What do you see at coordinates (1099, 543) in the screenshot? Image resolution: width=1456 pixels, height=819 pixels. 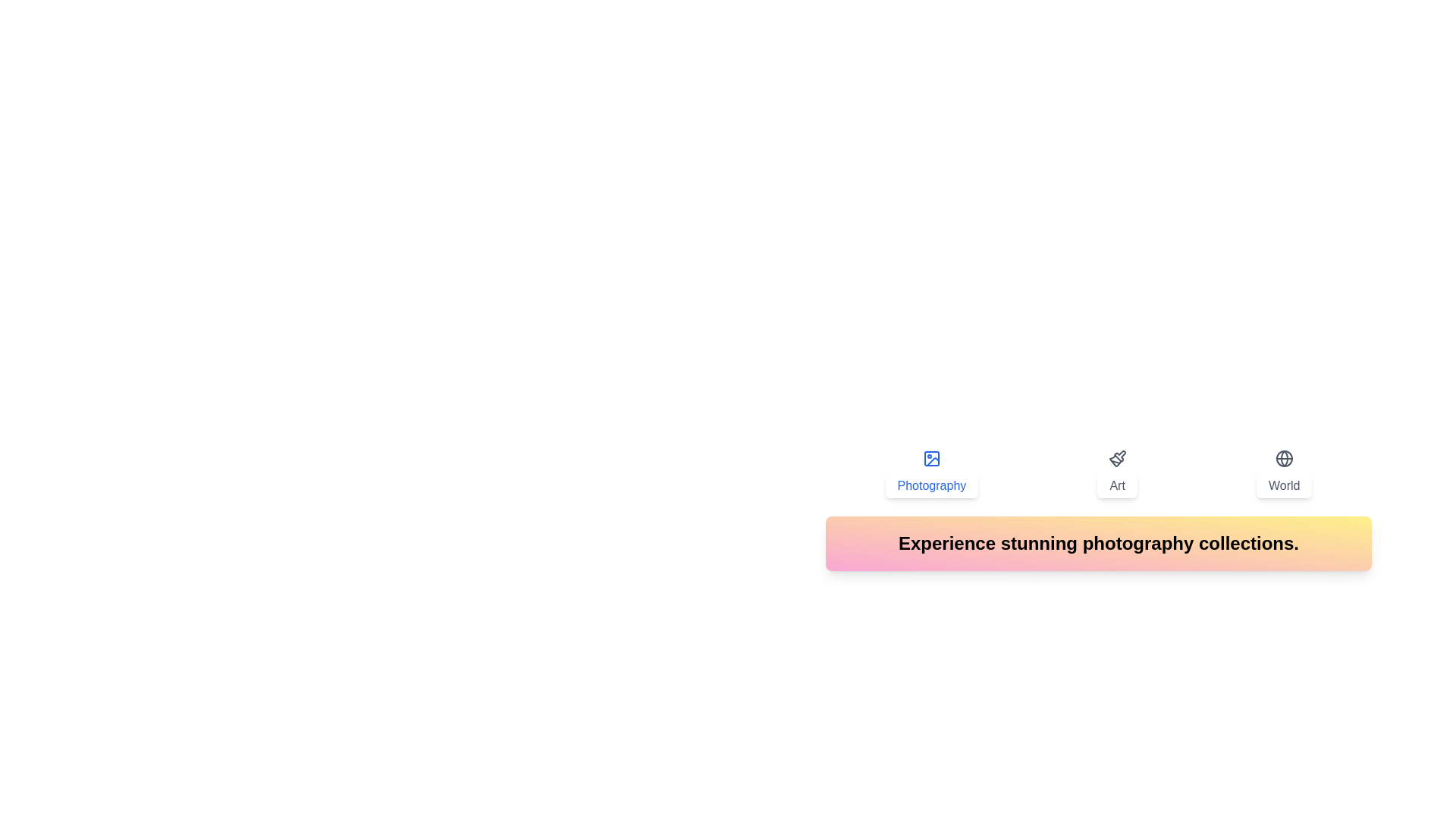 I see `the active tab's content area` at bounding box center [1099, 543].